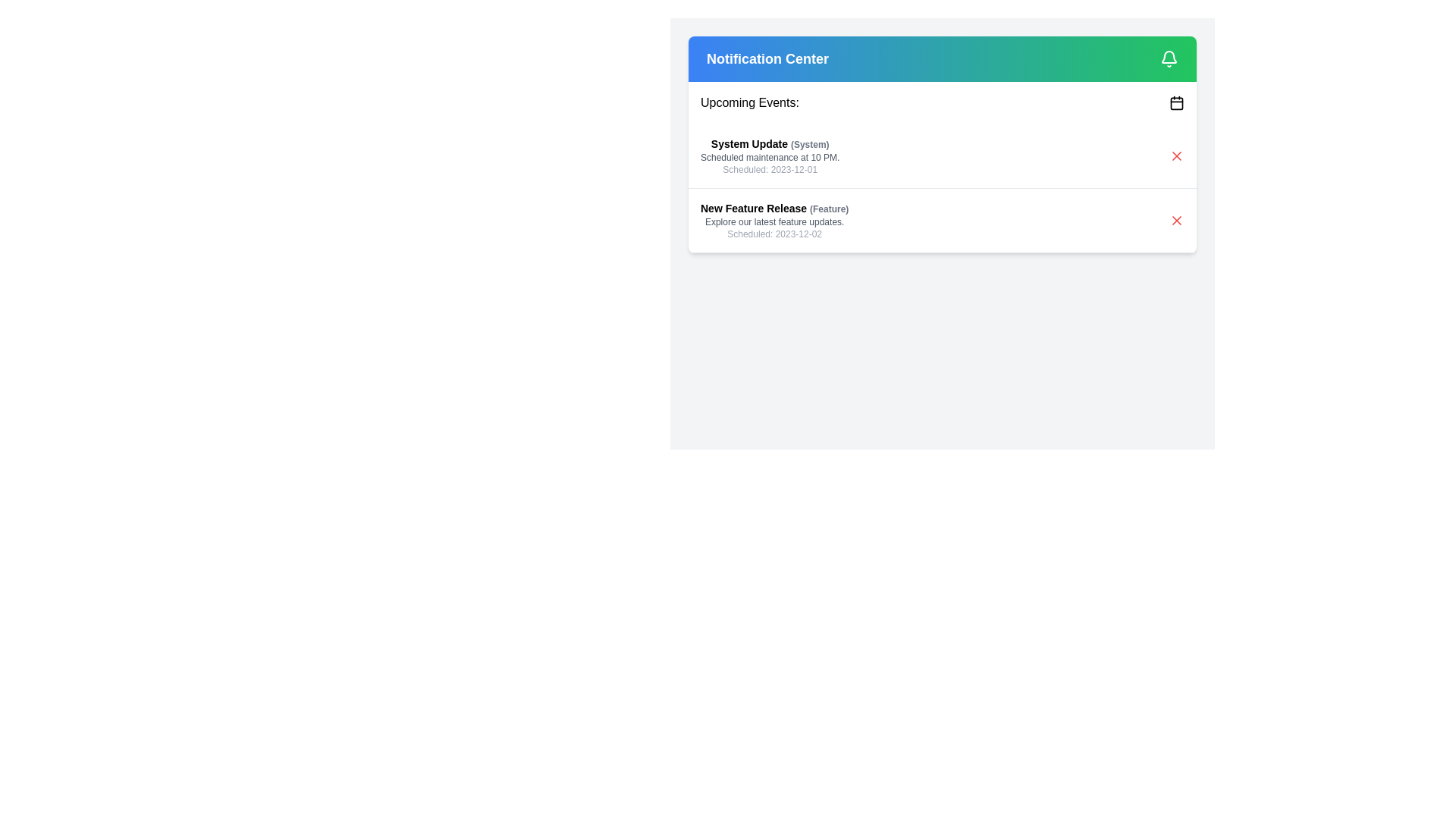 The height and width of the screenshot is (819, 1456). I want to click on notification details of the second item in the notification center, which displays 'New Feature Release (Feature)' with the subtext 'Explore our latest feature updates.', so click(942, 220).